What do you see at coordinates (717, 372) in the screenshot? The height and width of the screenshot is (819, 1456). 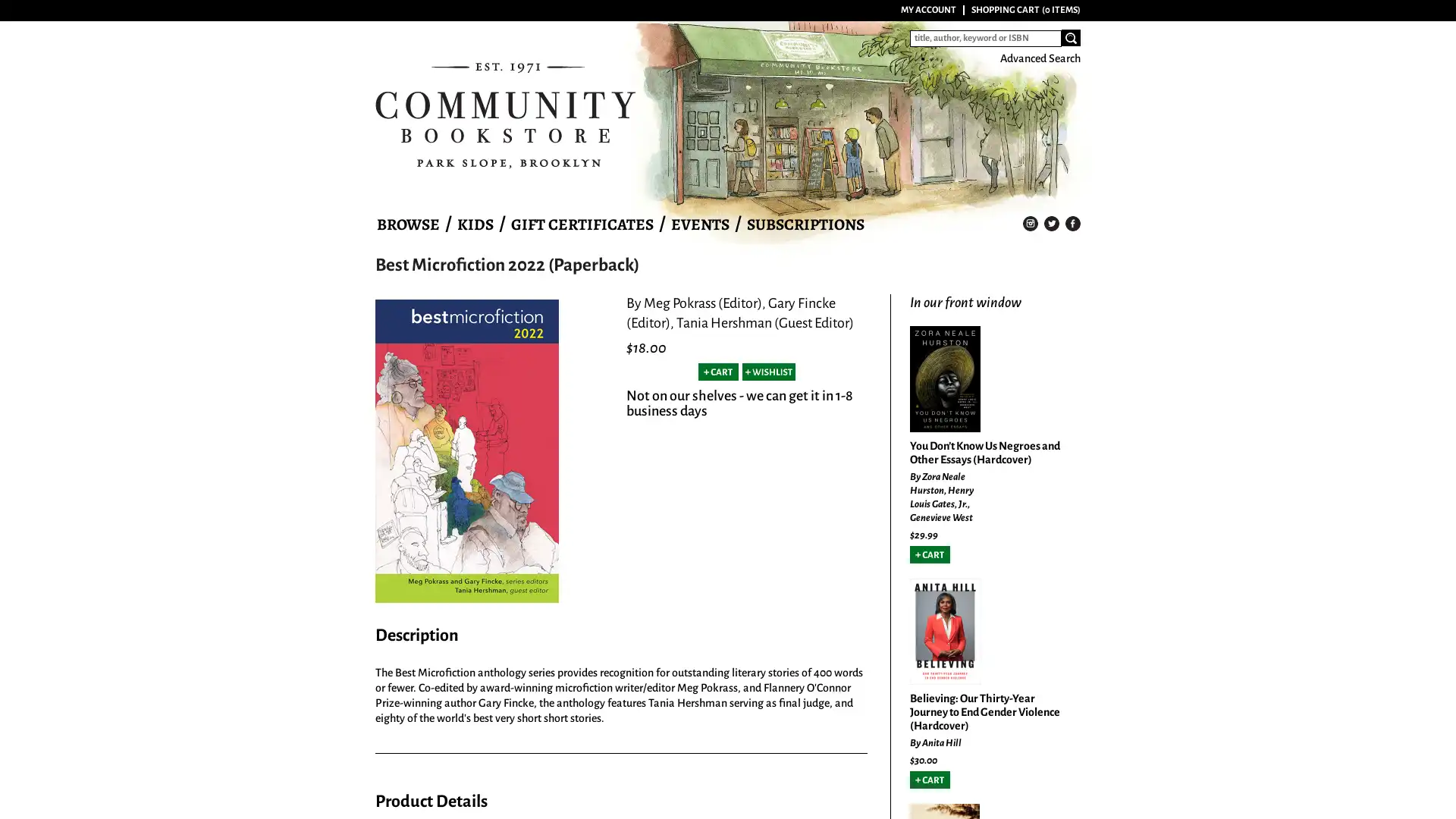 I see `Add to Cart` at bounding box center [717, 372].